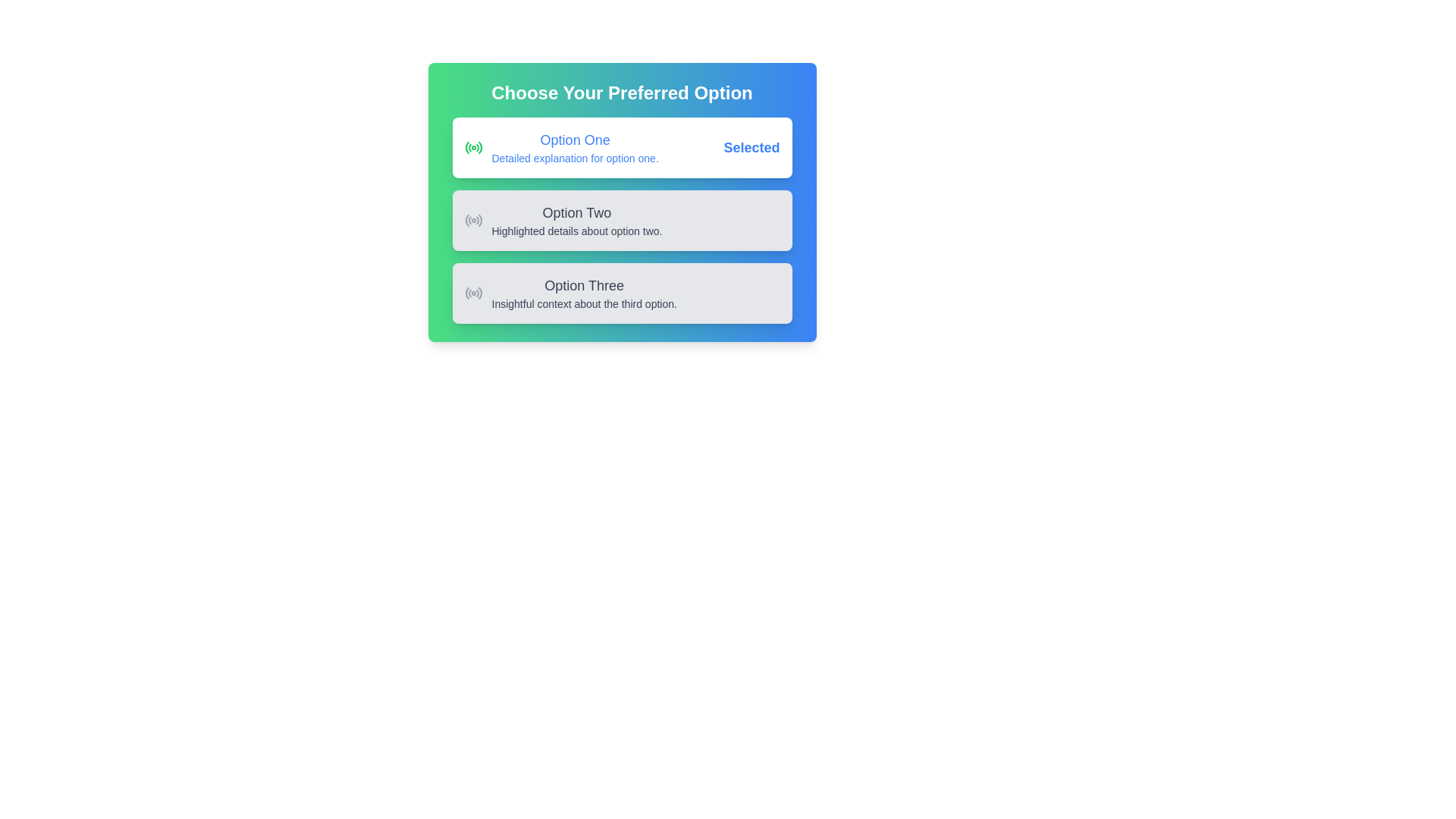 Image resolution: width=1456 pixels, height=819 pixels. What do you see at coordinates (622, 148) in the screenshot?
I see `the first selectable option in the vertical list, which is visually indicated as the current selection` at bounding box center [622, 148].